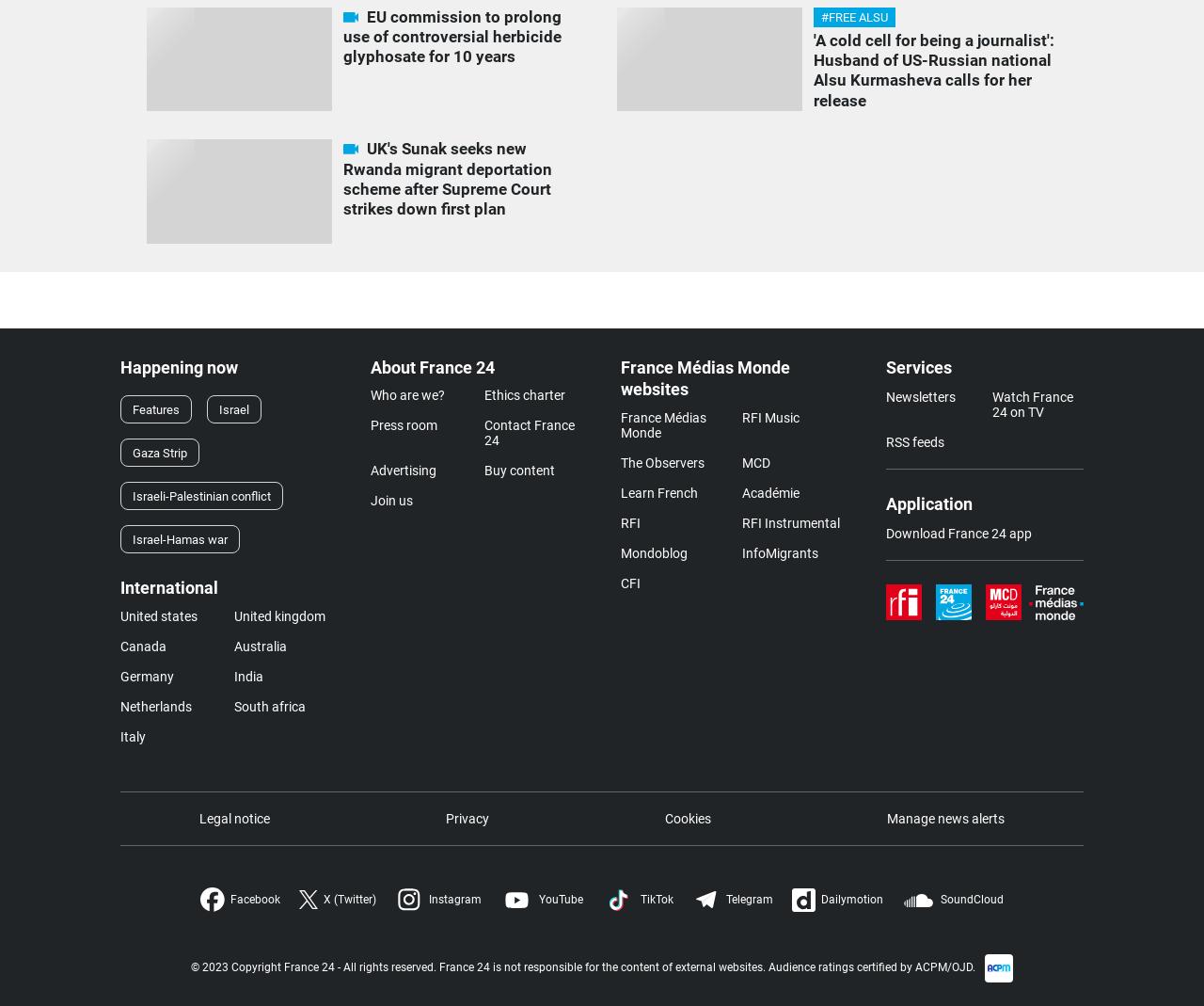  What do you see at coordinates (704, 377) in the screenshot?
I see `'France Médias Monde websites'` at bounding box center [704, 377].